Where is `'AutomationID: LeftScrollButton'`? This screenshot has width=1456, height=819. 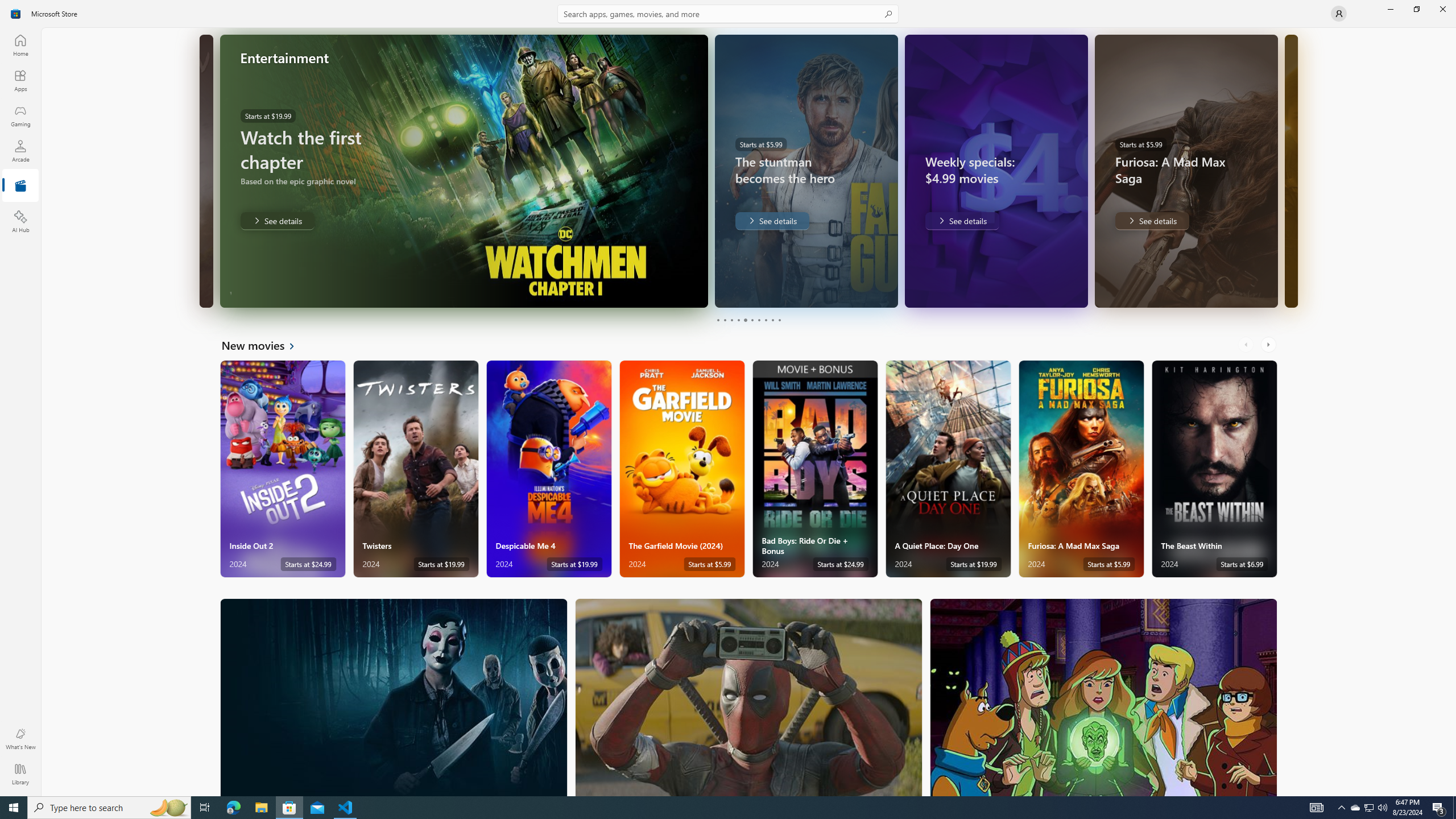 'AutomationID: LeftScrollButton' is located at coordinates (1247, 344).